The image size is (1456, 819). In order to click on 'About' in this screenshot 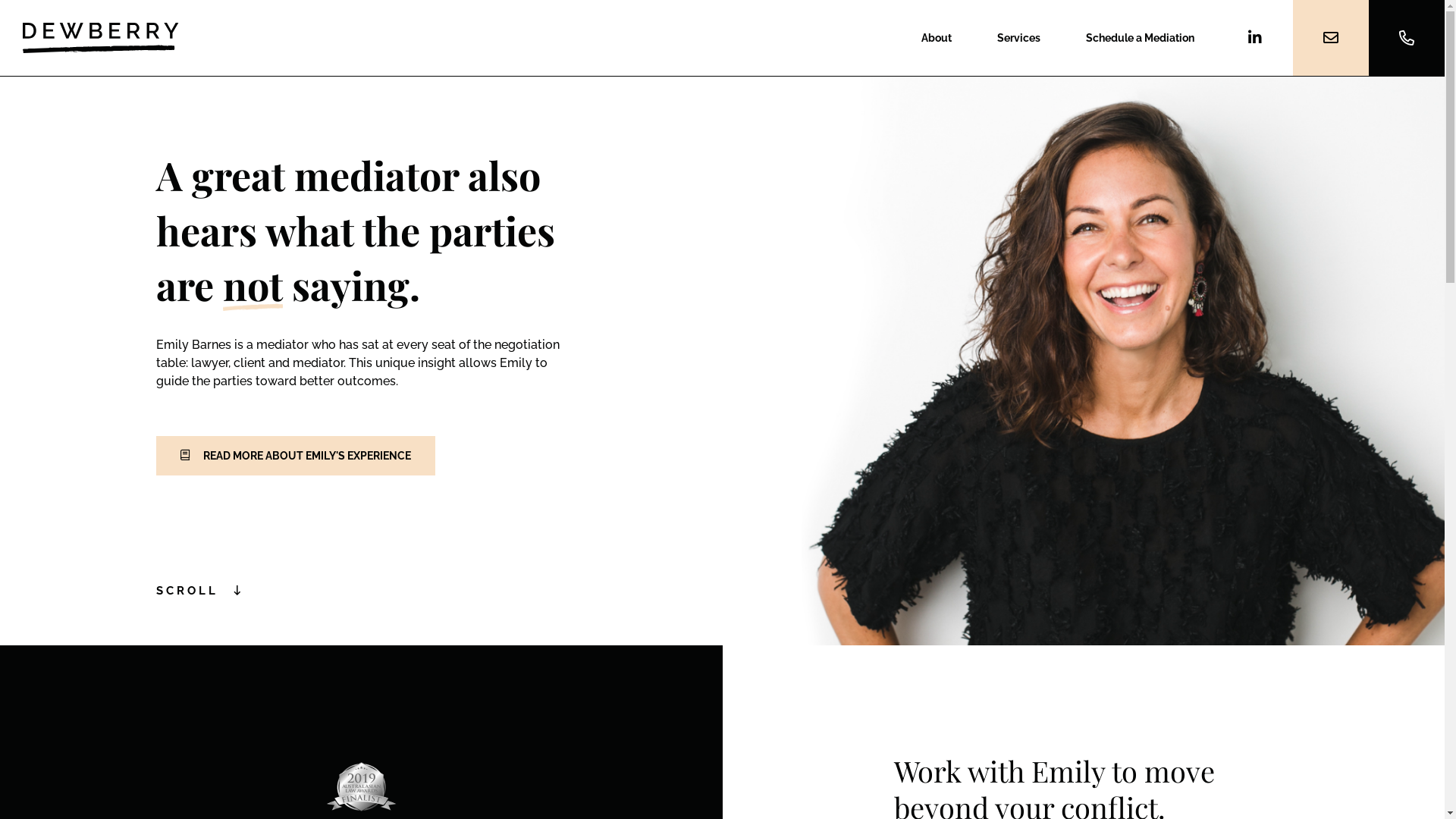, I will do `click(935, 37)`.